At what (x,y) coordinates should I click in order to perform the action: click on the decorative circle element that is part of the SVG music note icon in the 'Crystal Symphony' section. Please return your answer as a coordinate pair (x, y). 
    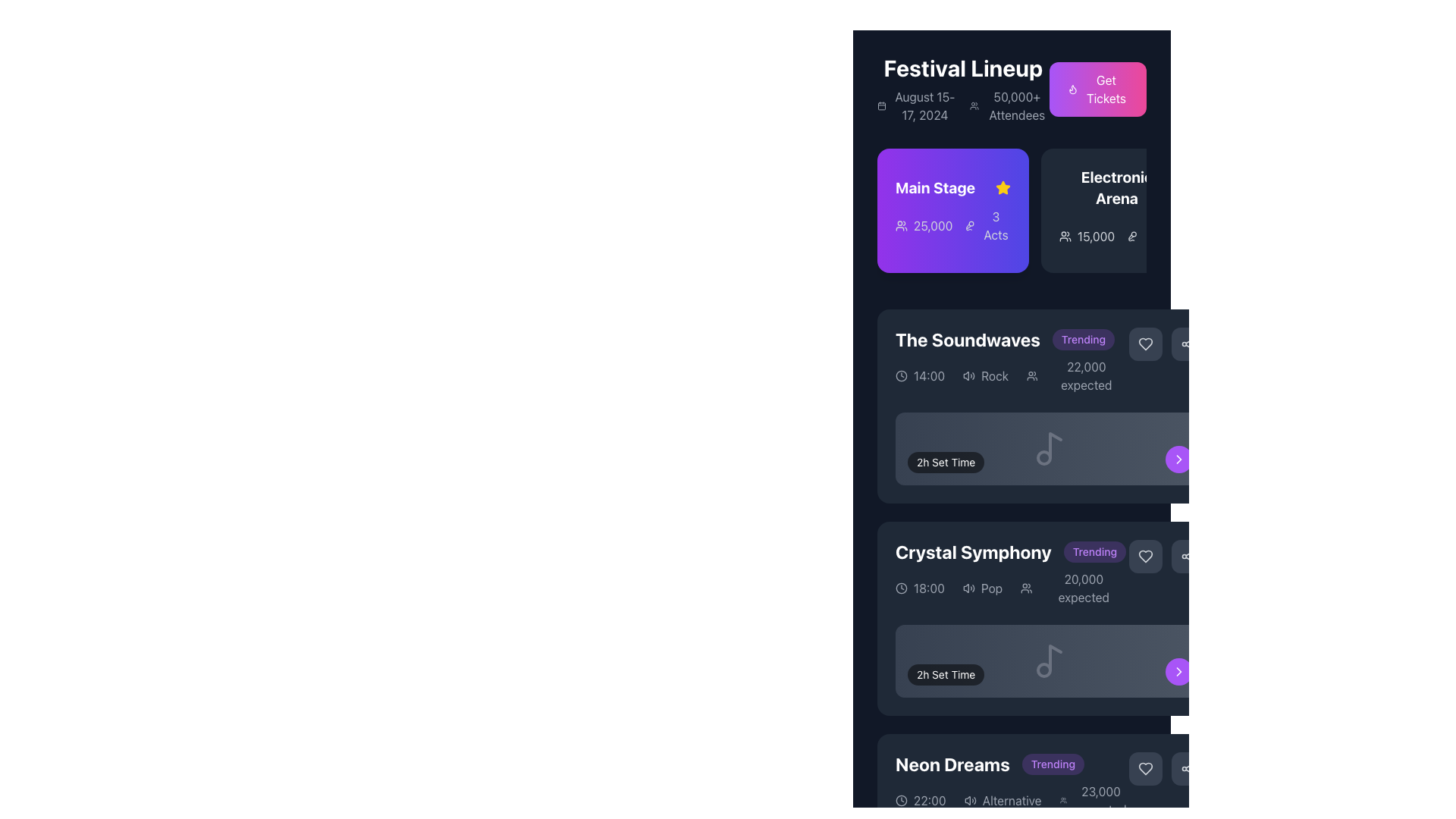
    Looking at the image, I should click on (1043, 669).